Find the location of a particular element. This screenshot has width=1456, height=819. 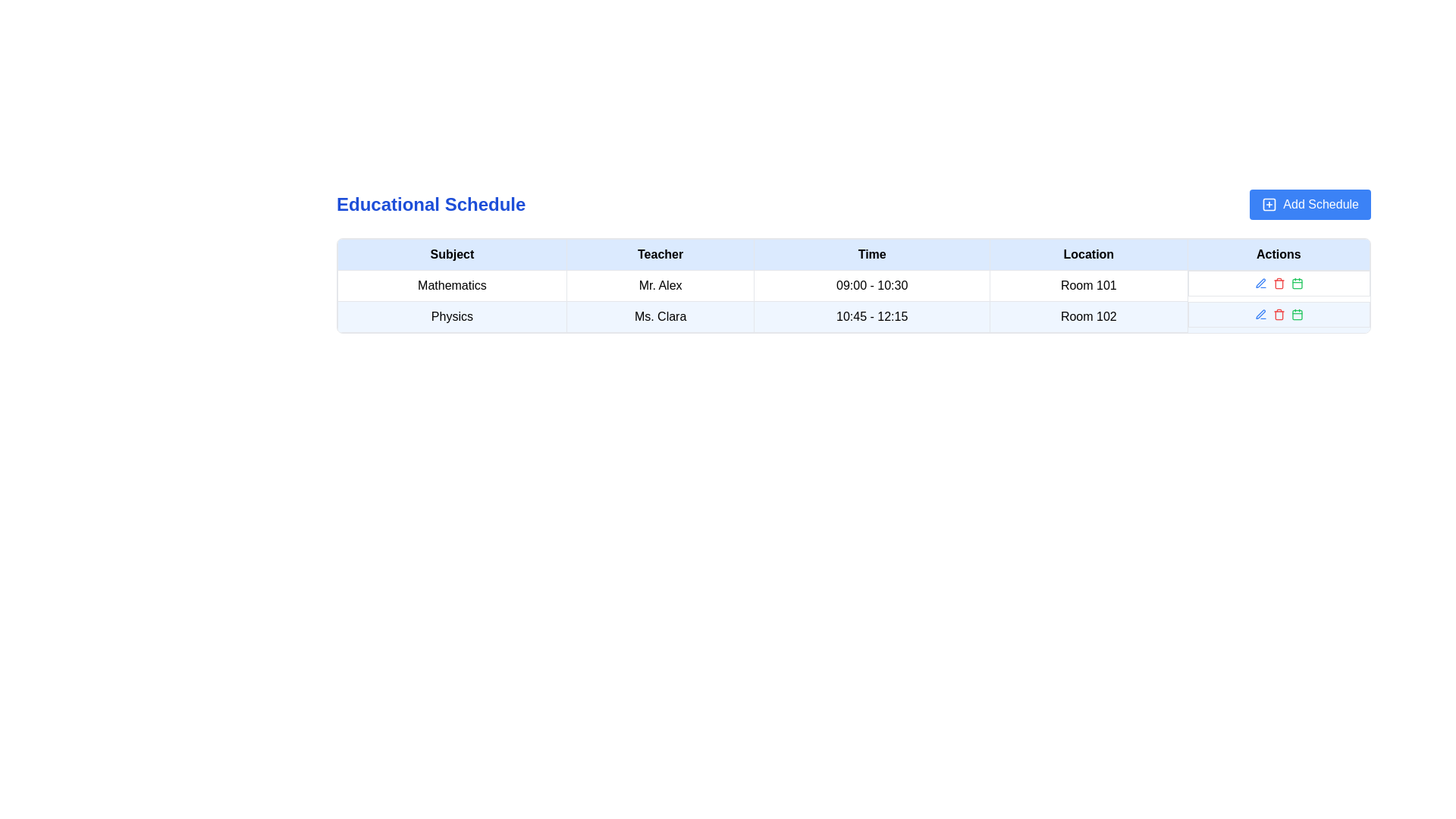

the pencil-shaped icon button in the 'Actions' column of the data table for the entry 'Physics' is located at coordinates (1260, 283).